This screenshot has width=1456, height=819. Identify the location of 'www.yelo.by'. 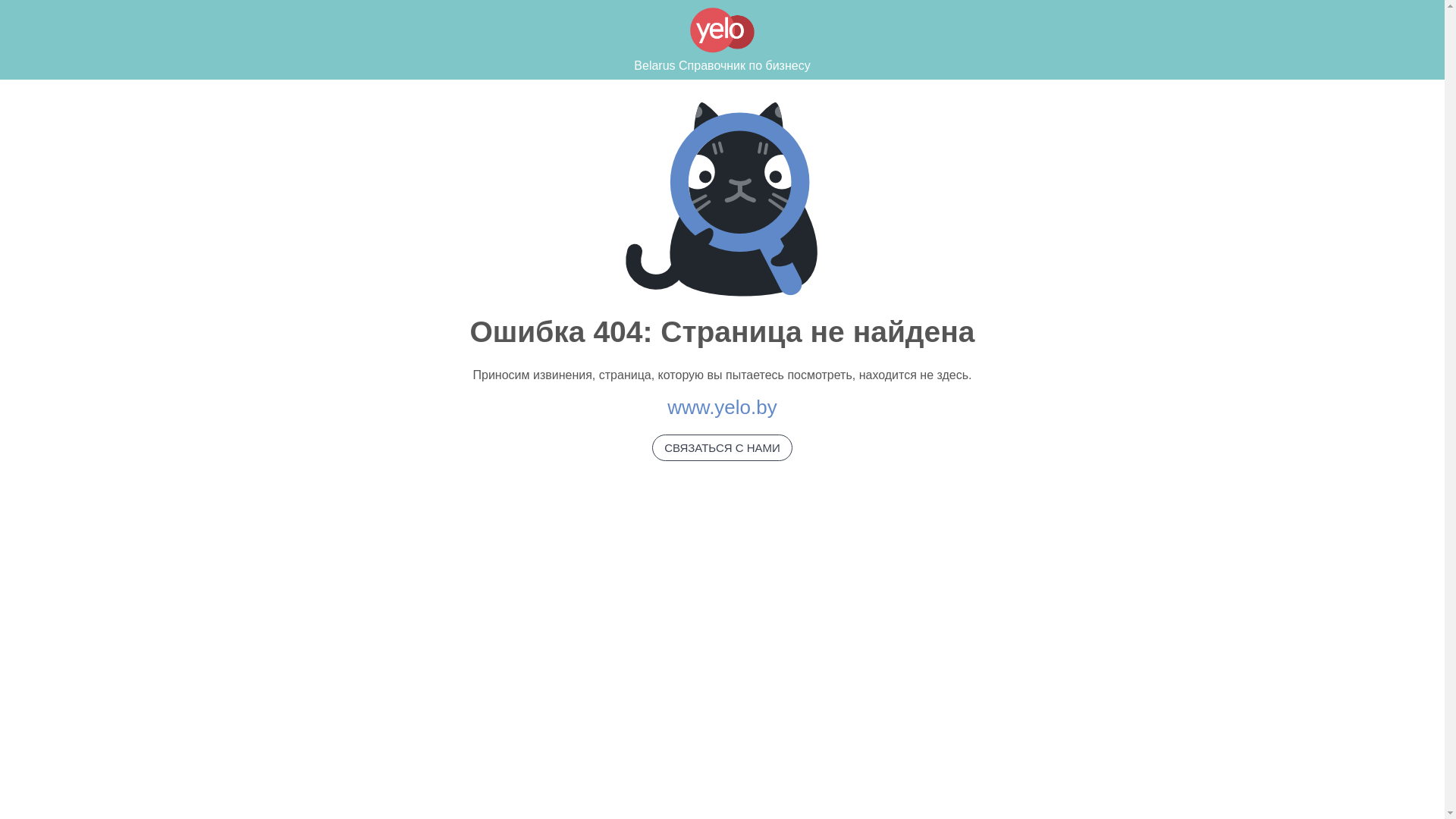
(721, 406).